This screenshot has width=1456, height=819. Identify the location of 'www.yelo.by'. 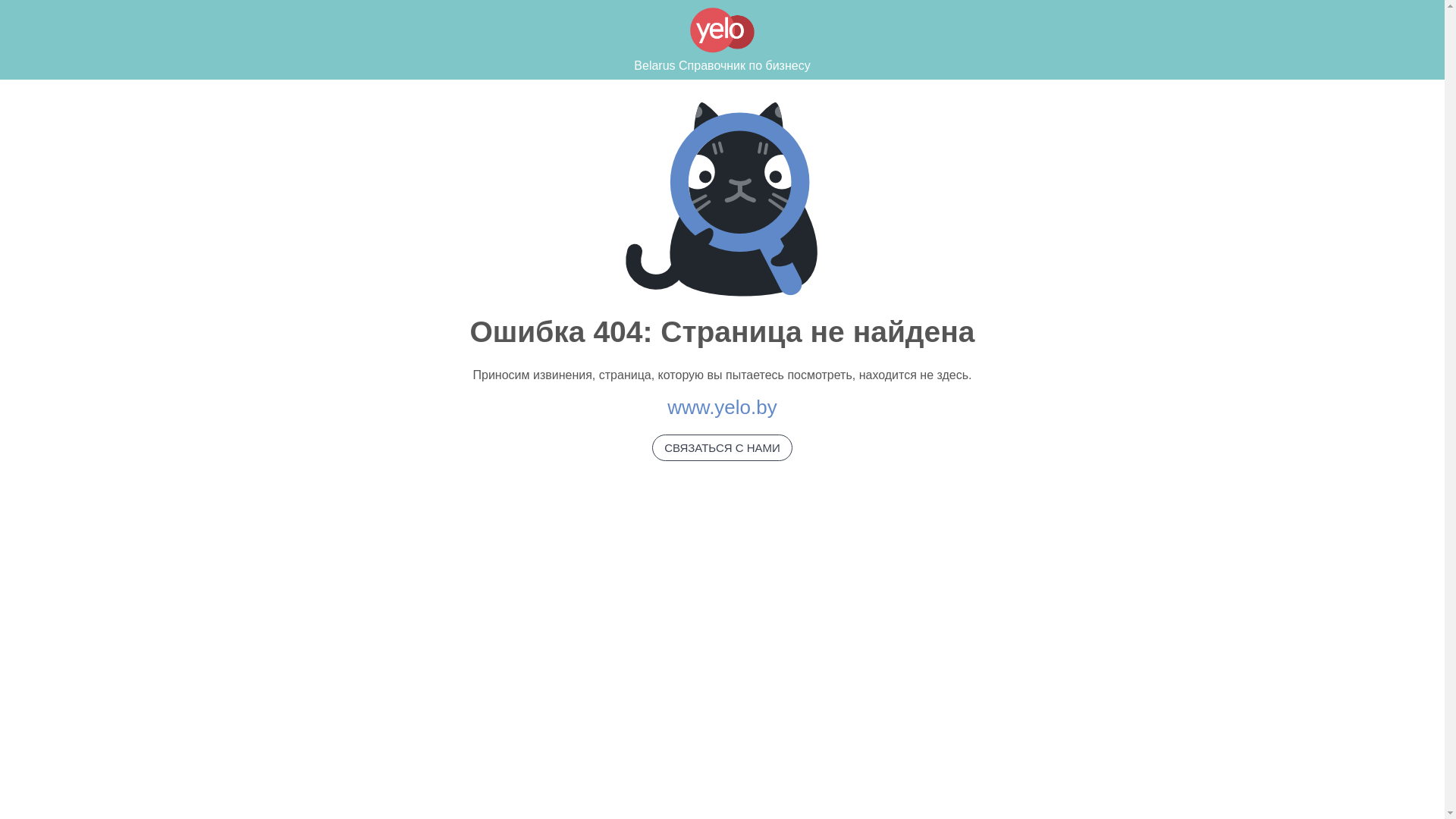
(721, 406).